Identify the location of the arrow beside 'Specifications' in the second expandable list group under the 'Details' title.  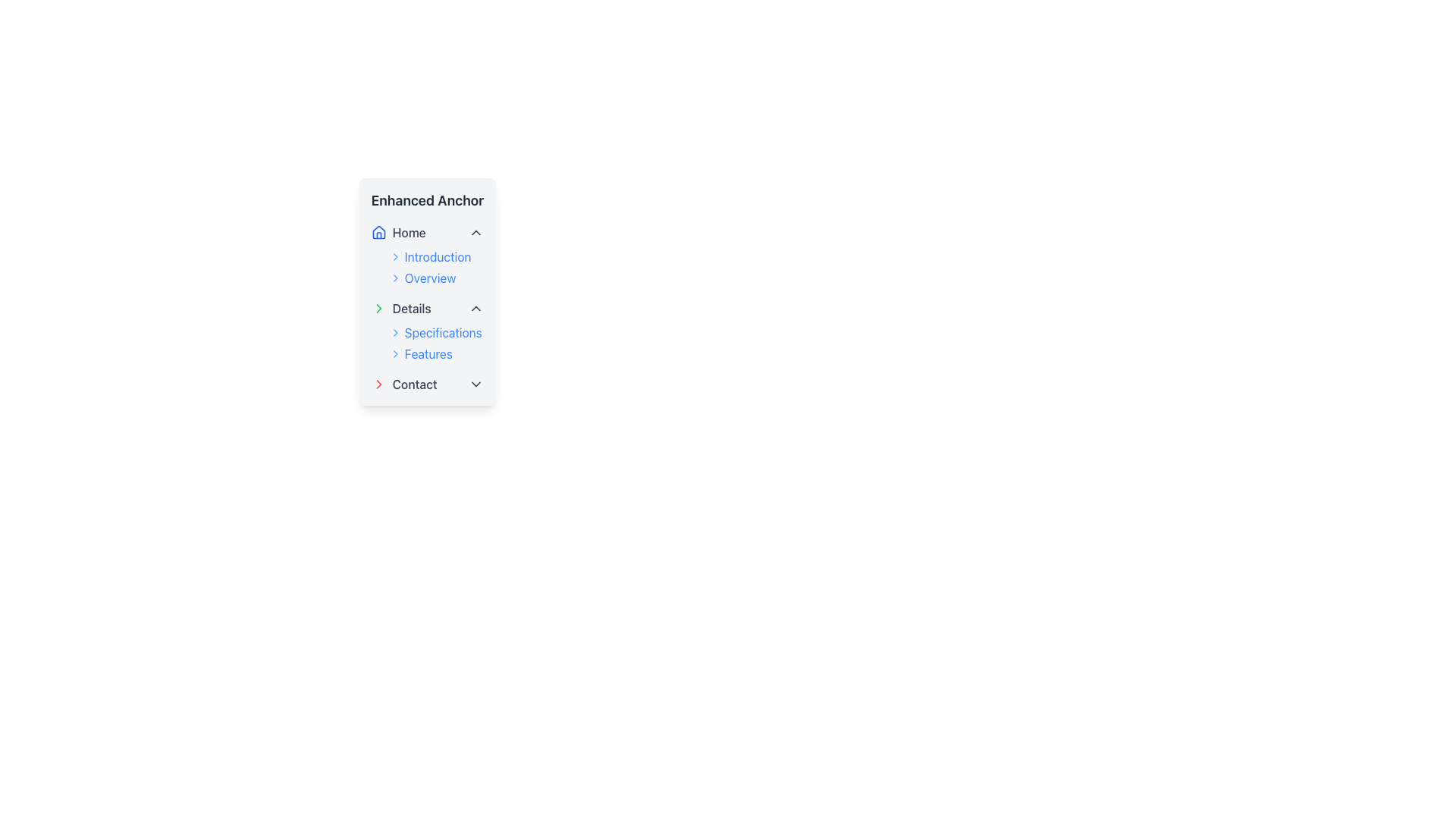
(436, 343).